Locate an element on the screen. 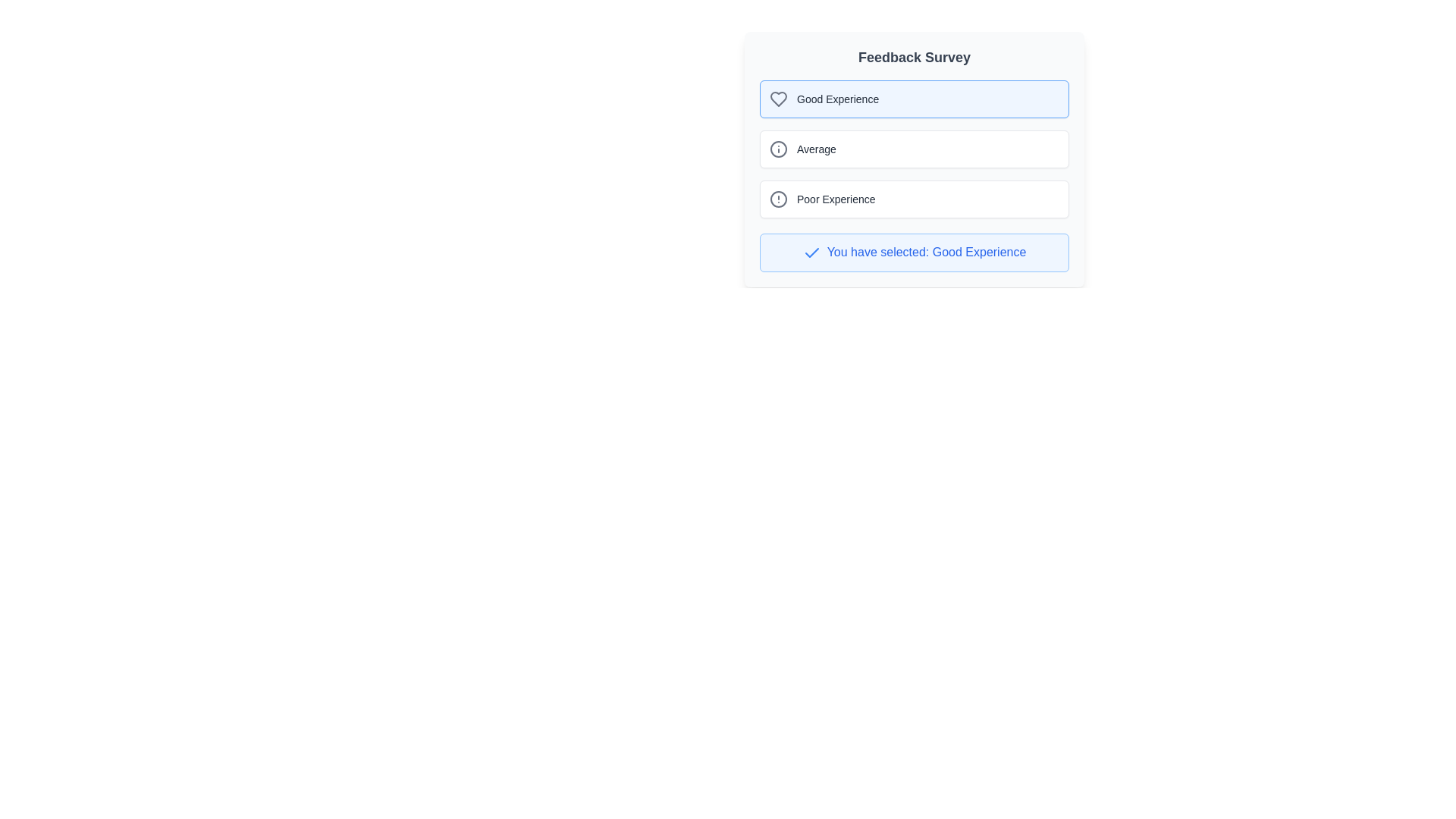 Image resolution: width=1456 pixels, height=819 pixels. to select the 'Poor Experience' option in the feedback survey, which is the third selectable card in the vertically arranged group is located at coordinates (913, 198).